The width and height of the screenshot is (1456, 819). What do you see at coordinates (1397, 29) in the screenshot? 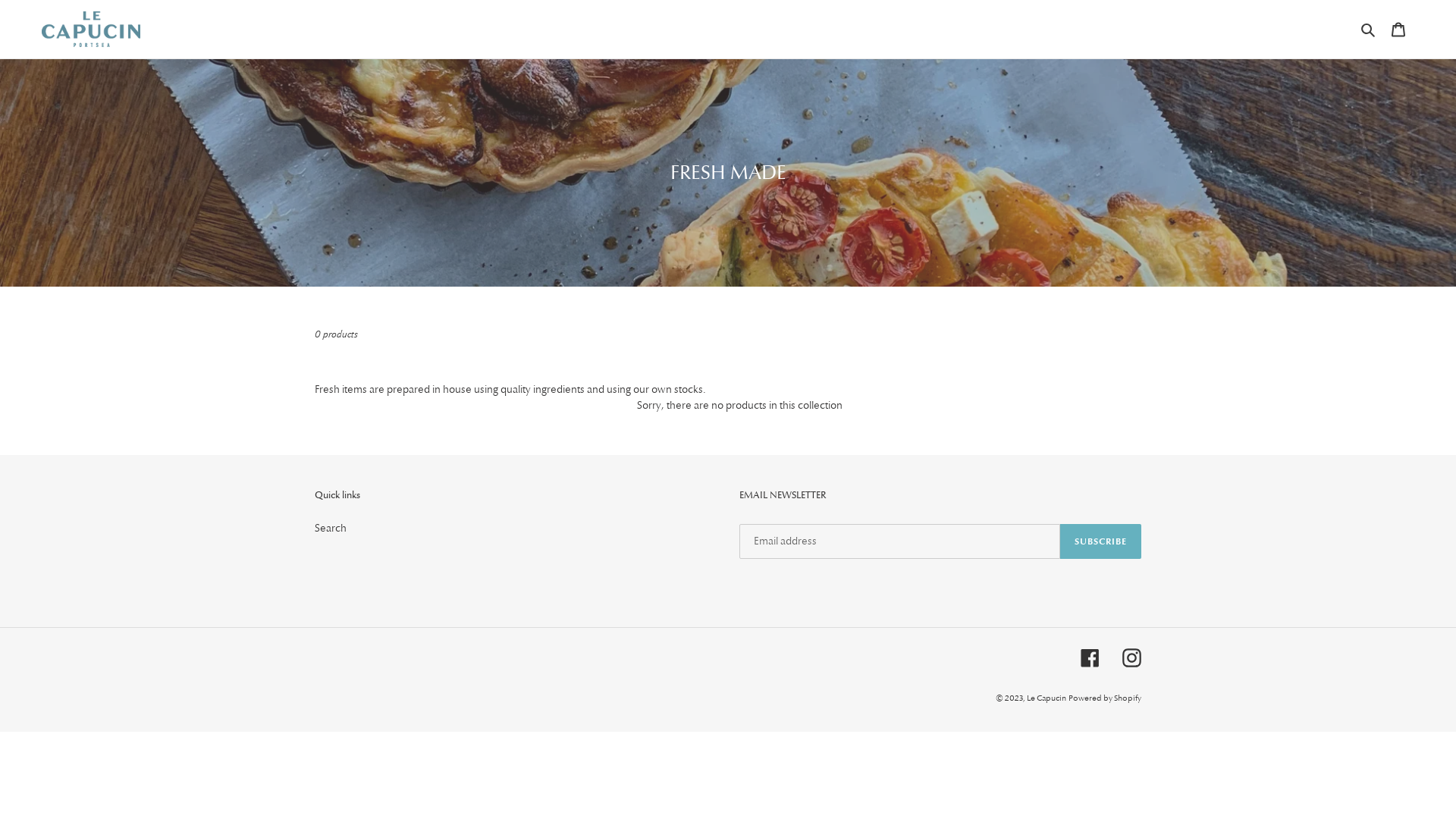
I see `'Cart'` at bounding box center [1397, 29].